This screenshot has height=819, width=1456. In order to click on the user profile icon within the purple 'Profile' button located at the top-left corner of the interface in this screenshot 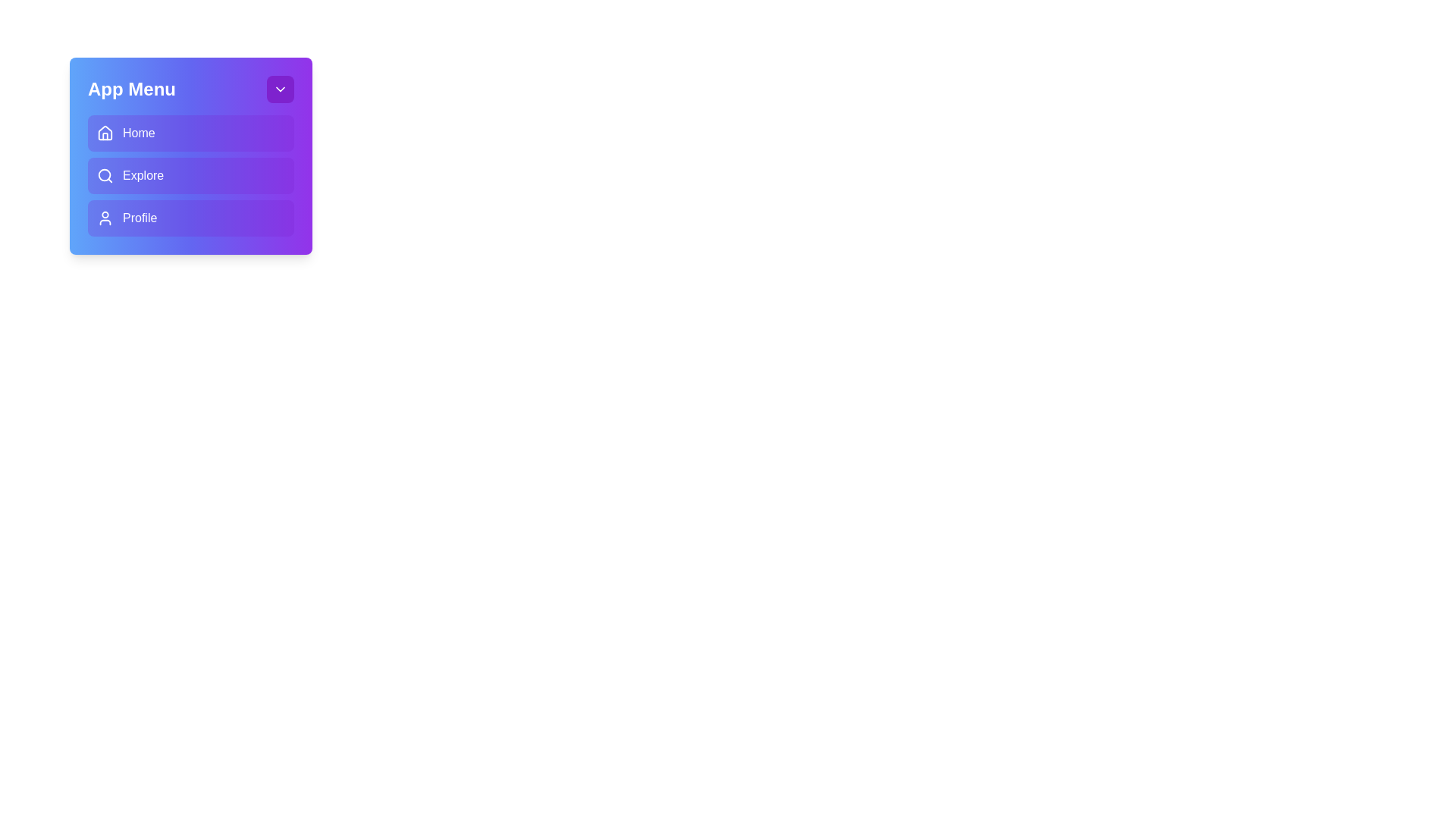, I will do `click(105, 218)`.